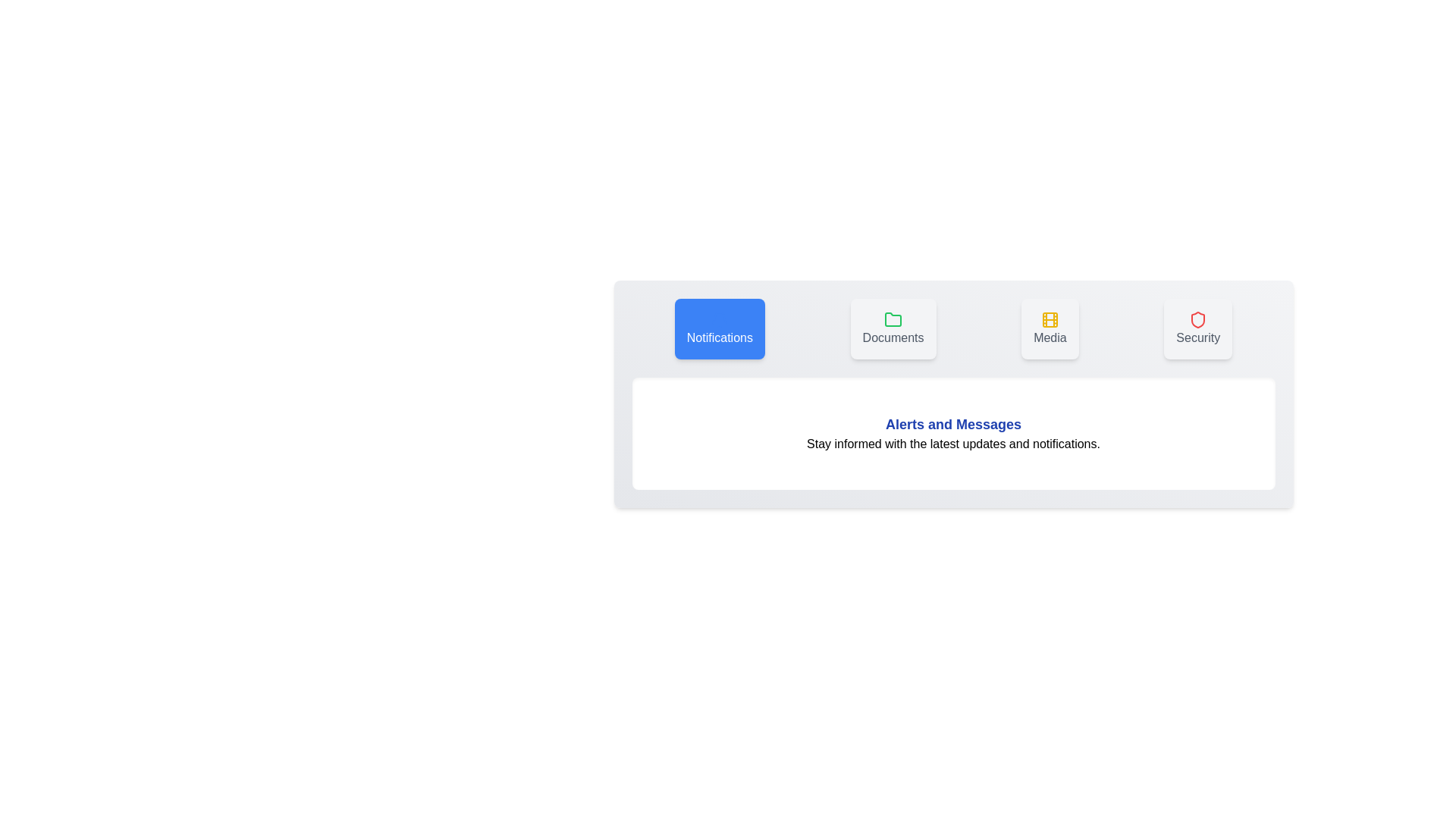  What do you see at coordinates (719, 328) in the screenshot?
I see `the tab labeled Notifications to view its content` at bounding box center [719, 328].